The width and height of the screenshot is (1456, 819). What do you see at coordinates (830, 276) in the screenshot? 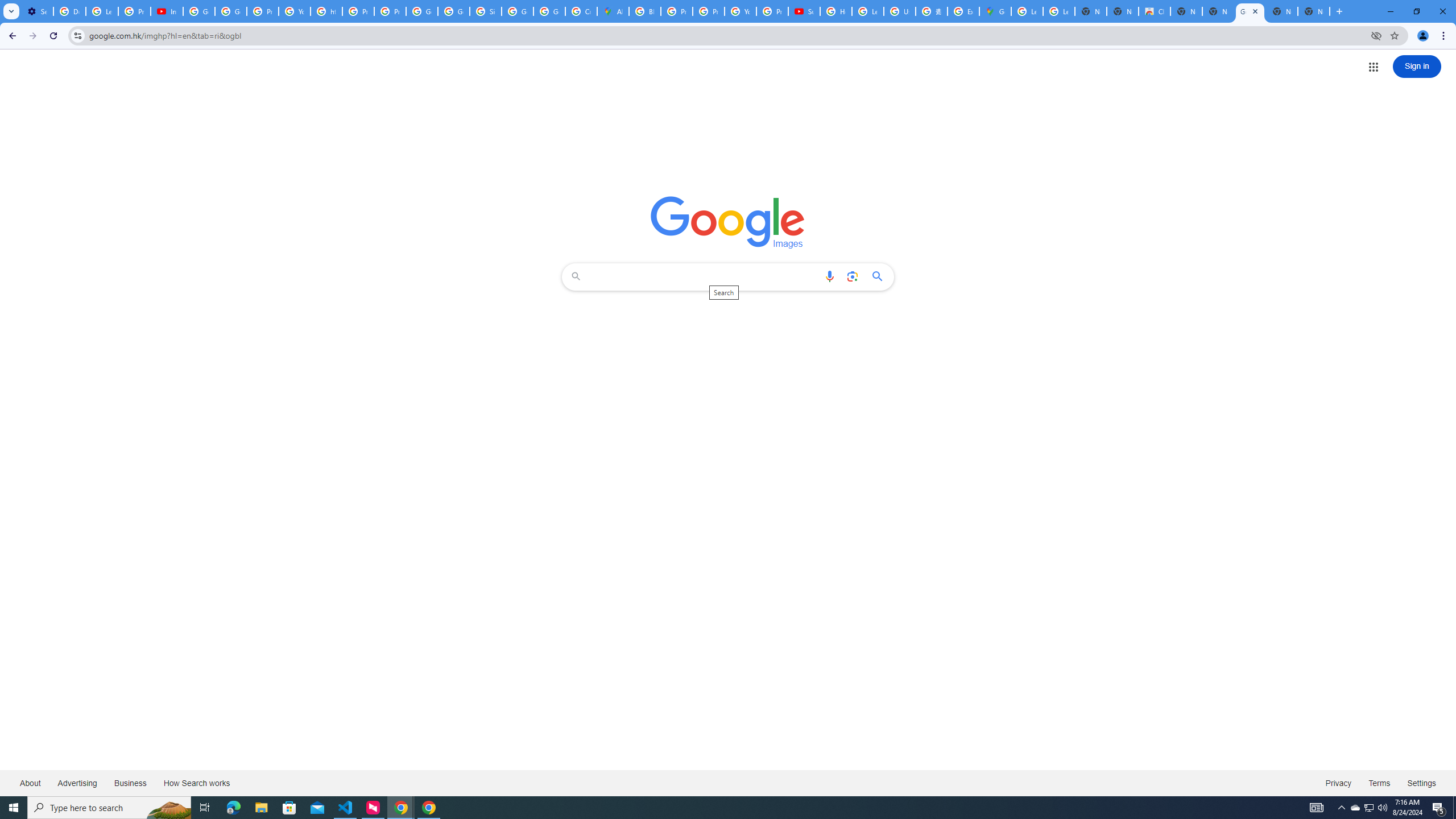
I see `'Search by voice'` at bounding box center [830, 276].